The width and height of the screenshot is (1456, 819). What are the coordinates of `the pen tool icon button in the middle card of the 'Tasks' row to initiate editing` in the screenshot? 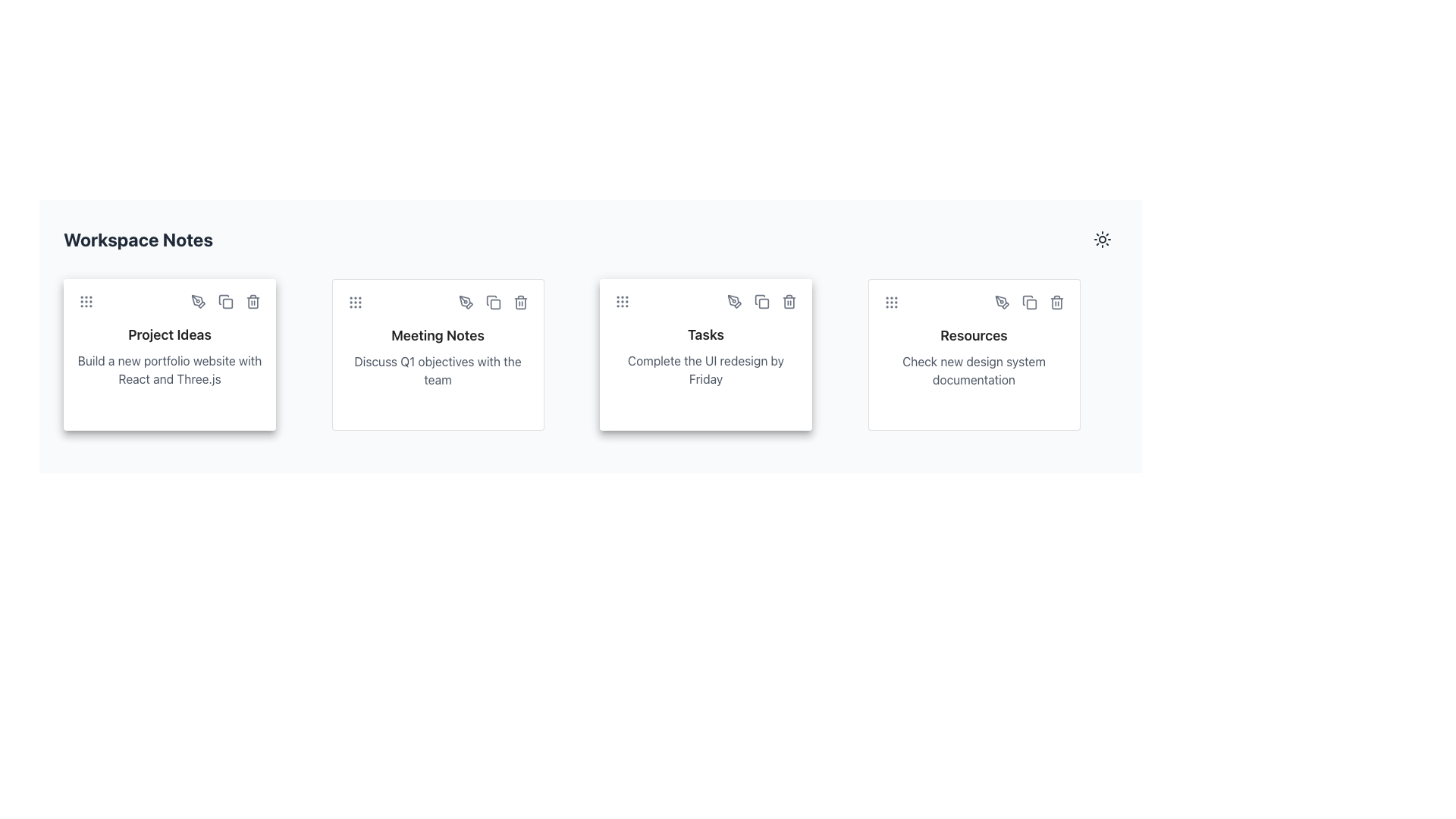 It's located at (735, 301).